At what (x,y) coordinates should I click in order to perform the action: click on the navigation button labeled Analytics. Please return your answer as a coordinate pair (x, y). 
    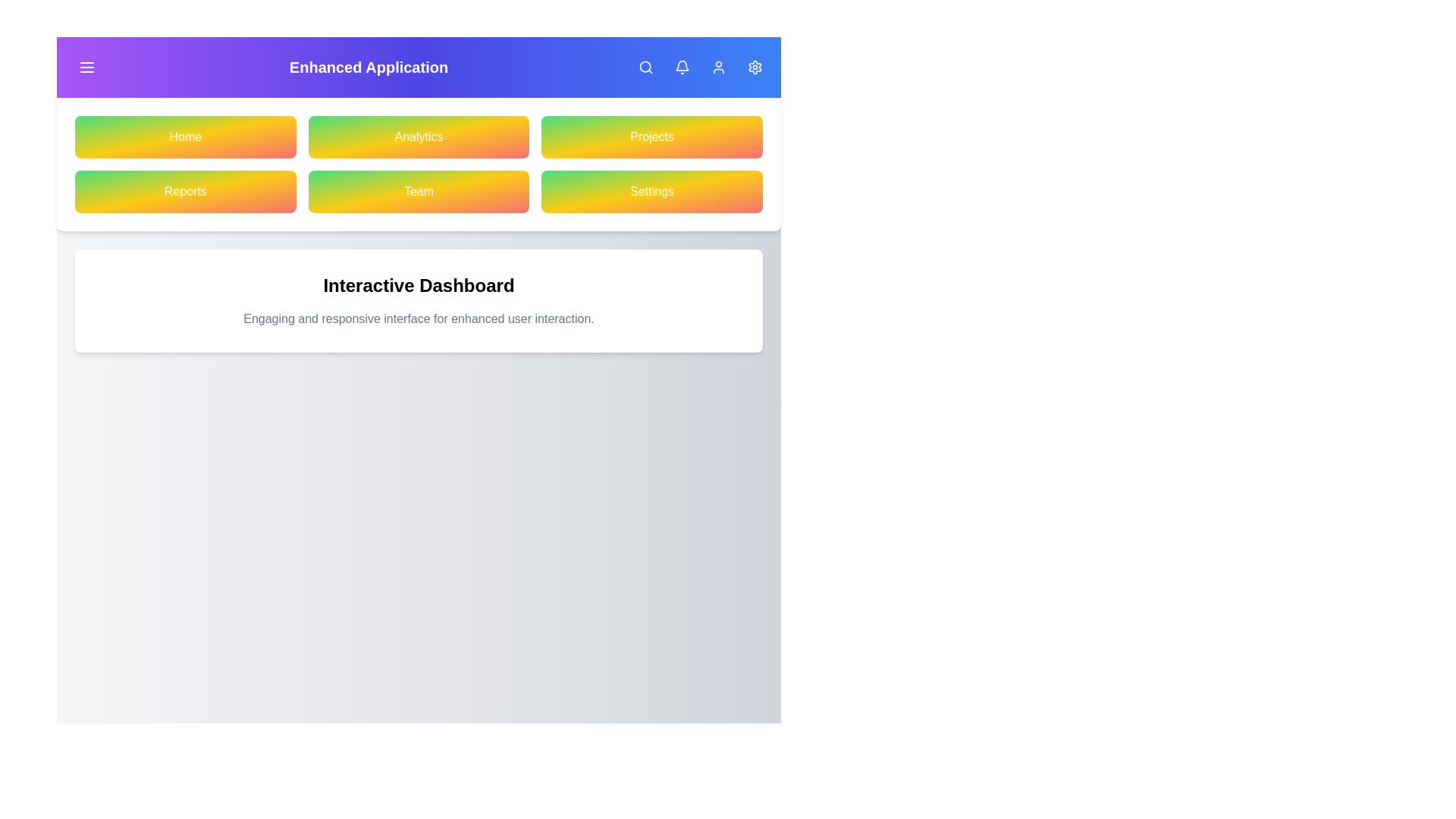
    Looking at the image, I should click on (419, 137).